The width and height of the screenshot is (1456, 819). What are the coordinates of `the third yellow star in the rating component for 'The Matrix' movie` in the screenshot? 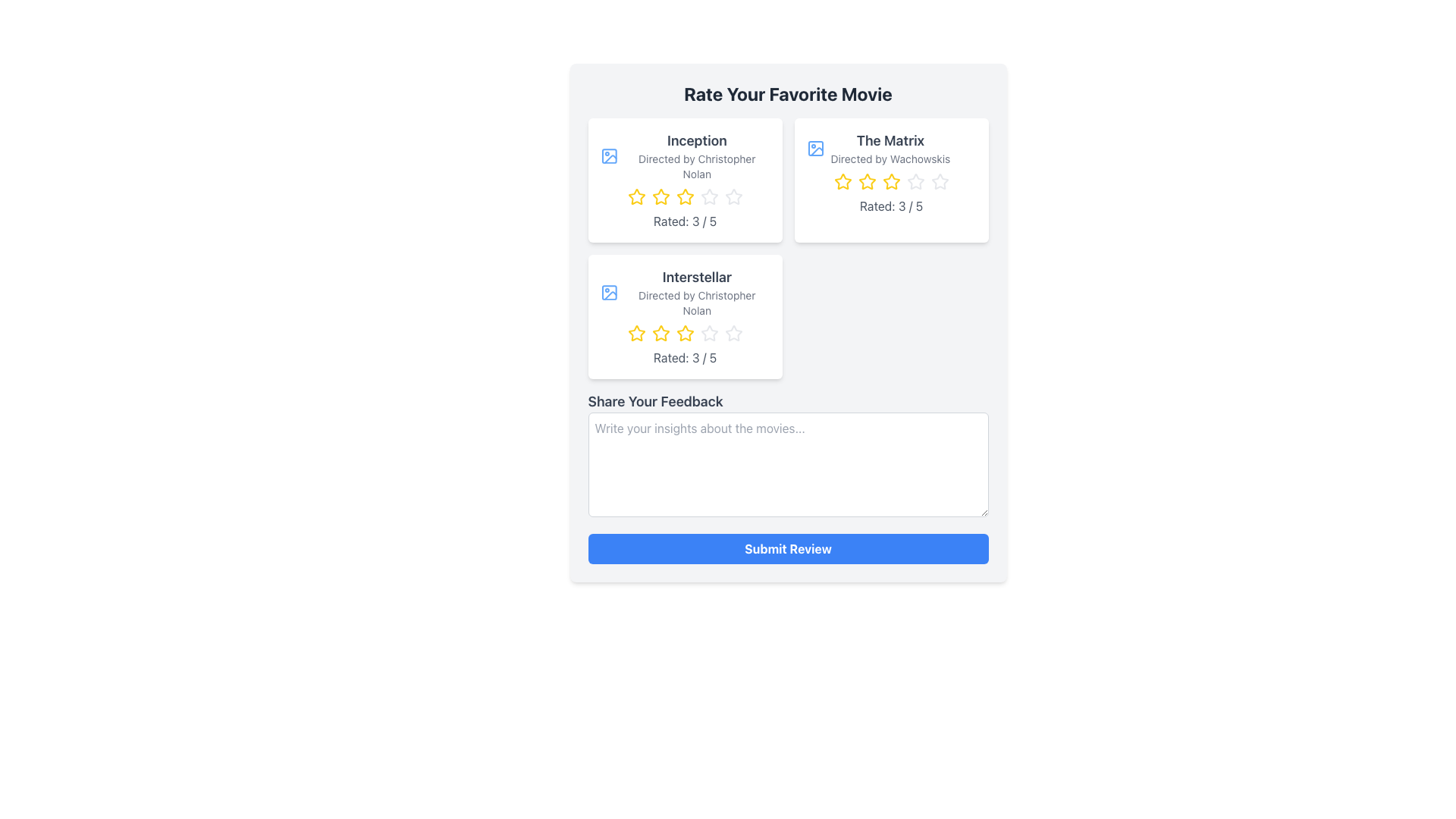 It's located at (891, 180).